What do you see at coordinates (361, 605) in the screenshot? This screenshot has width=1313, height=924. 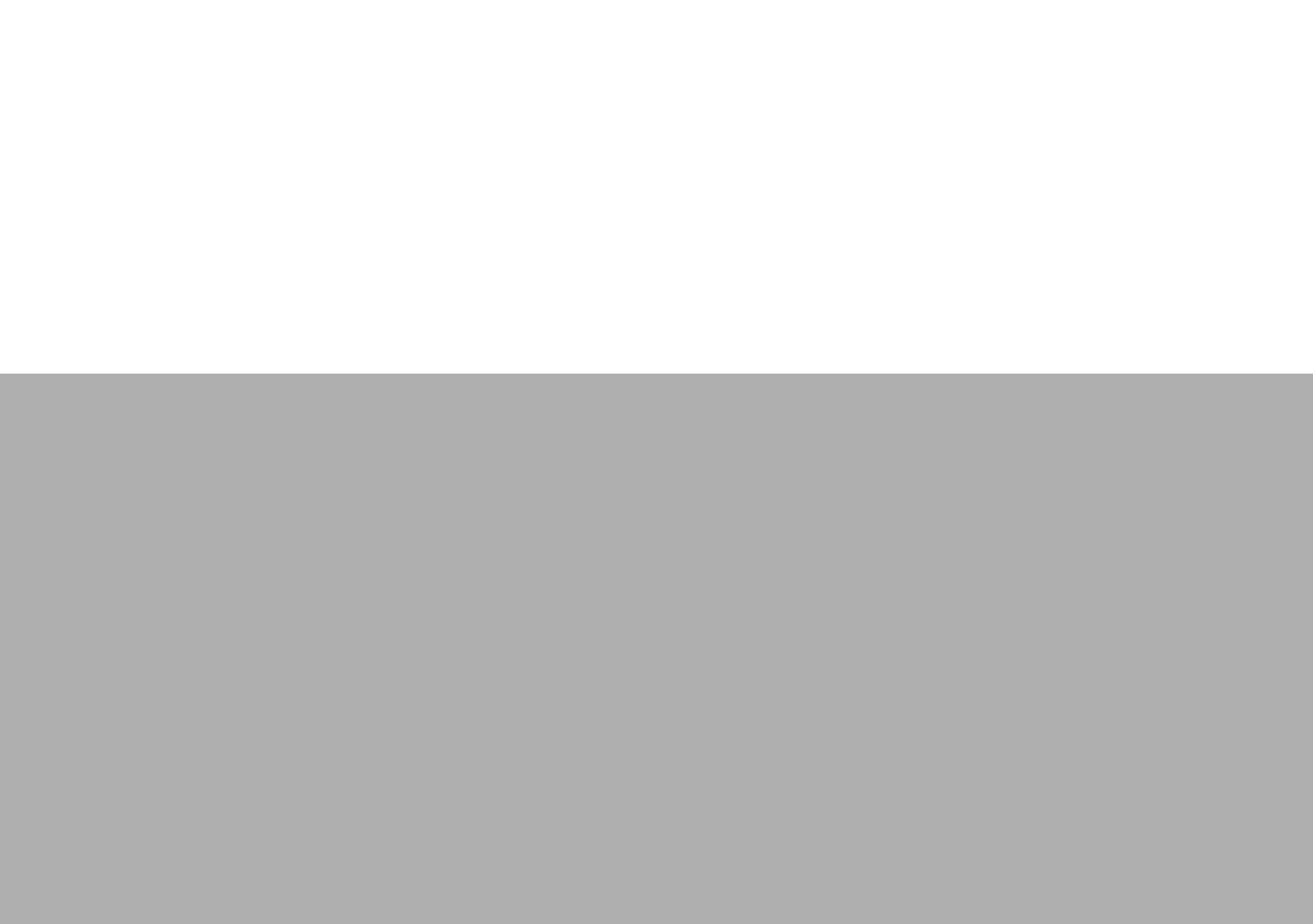 I see `'Studio Utilities'` at bounding box center [361, 605].